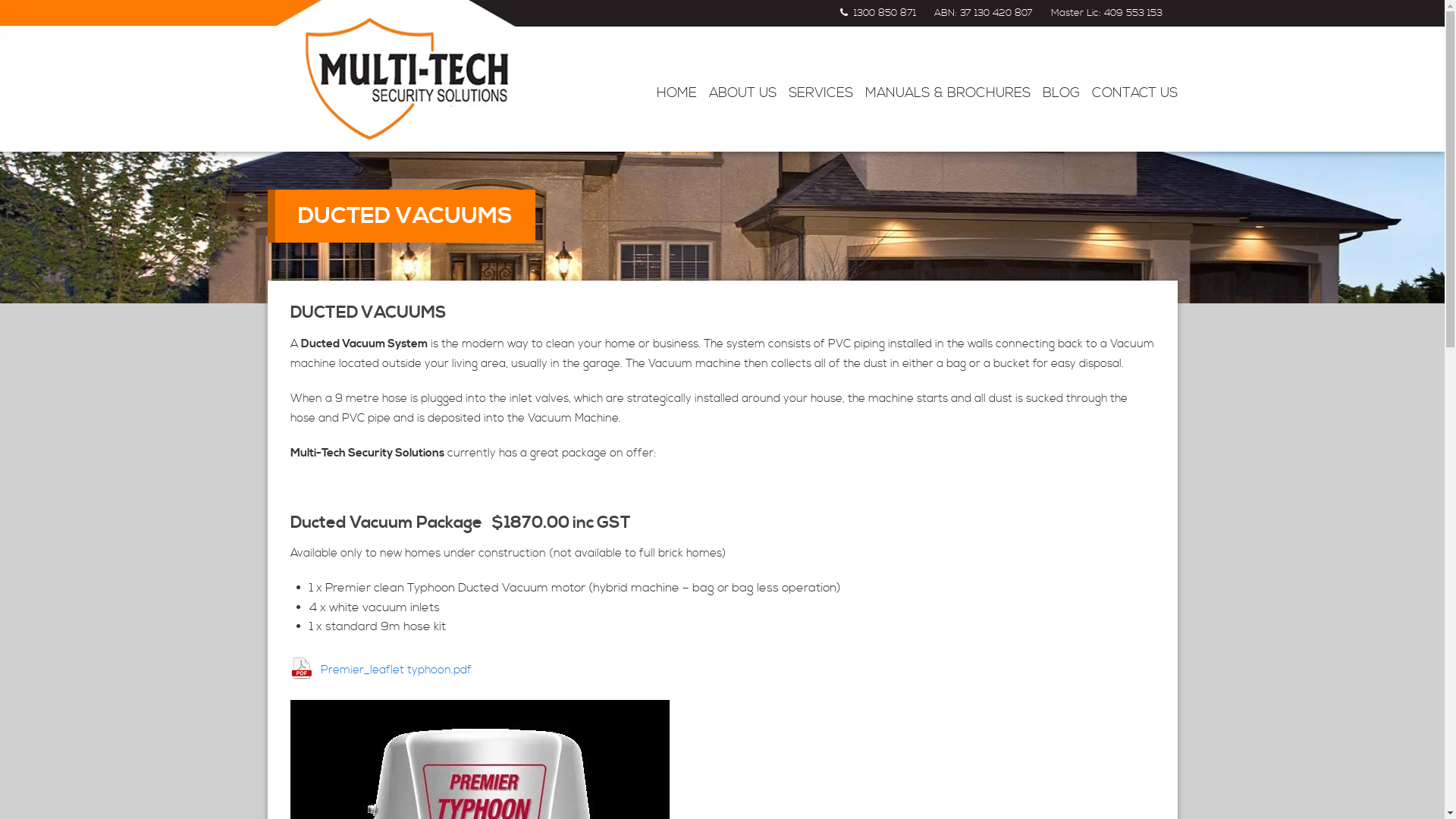 The width and height of the screenshot is (1456, 819). What do you see at coordinates (820, 93) in the screenshot?
I see `'SERVICES'` at bounding box center [820, 93].